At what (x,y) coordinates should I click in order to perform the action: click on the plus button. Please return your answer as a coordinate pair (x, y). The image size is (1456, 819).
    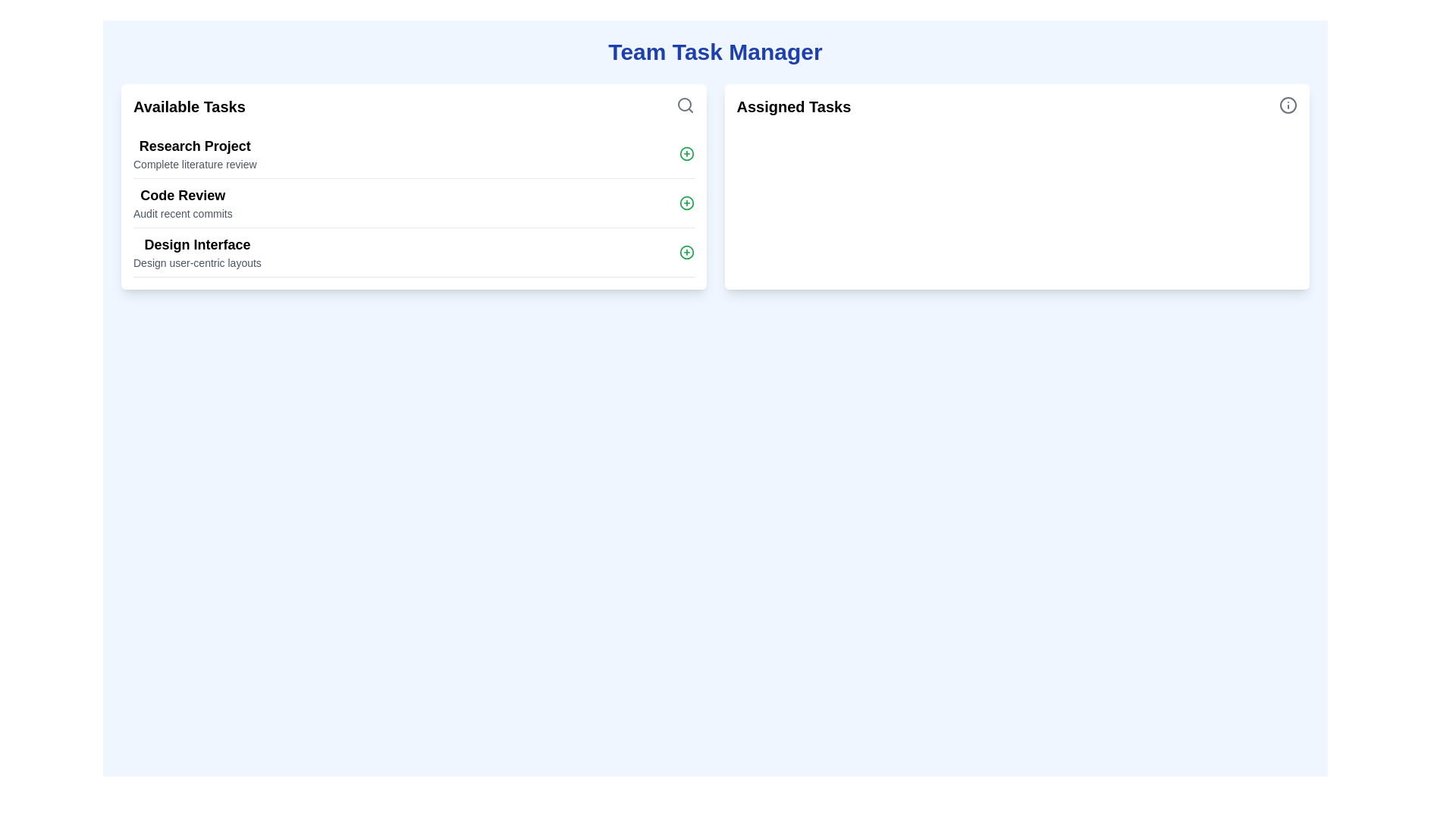
    Looking at the image, I should click on (413, 202).